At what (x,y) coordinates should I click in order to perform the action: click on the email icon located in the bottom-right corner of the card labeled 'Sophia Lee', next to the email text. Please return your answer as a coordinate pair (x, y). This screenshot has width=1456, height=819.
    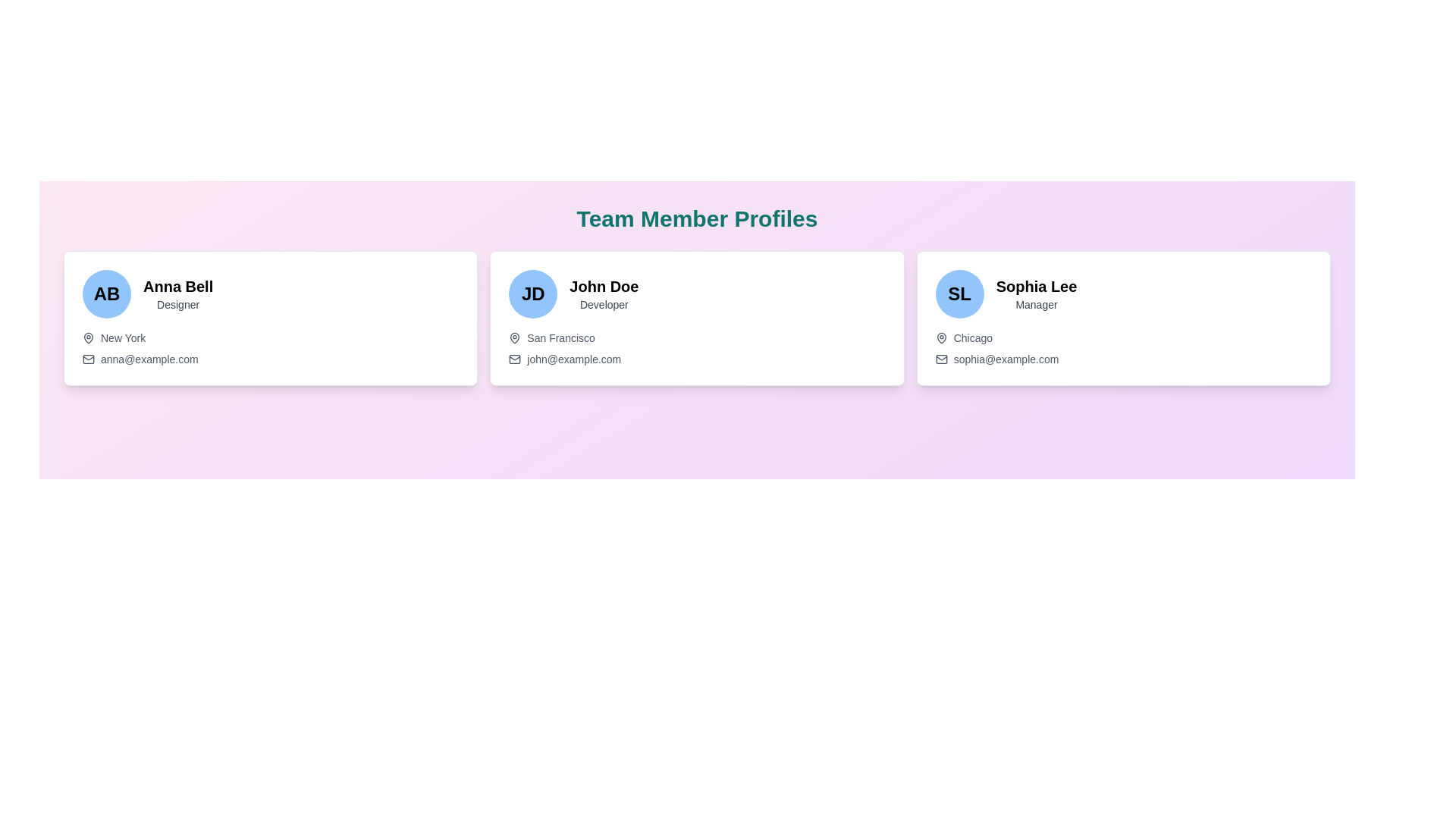
    Looking at the image, I should click on (940, 359).